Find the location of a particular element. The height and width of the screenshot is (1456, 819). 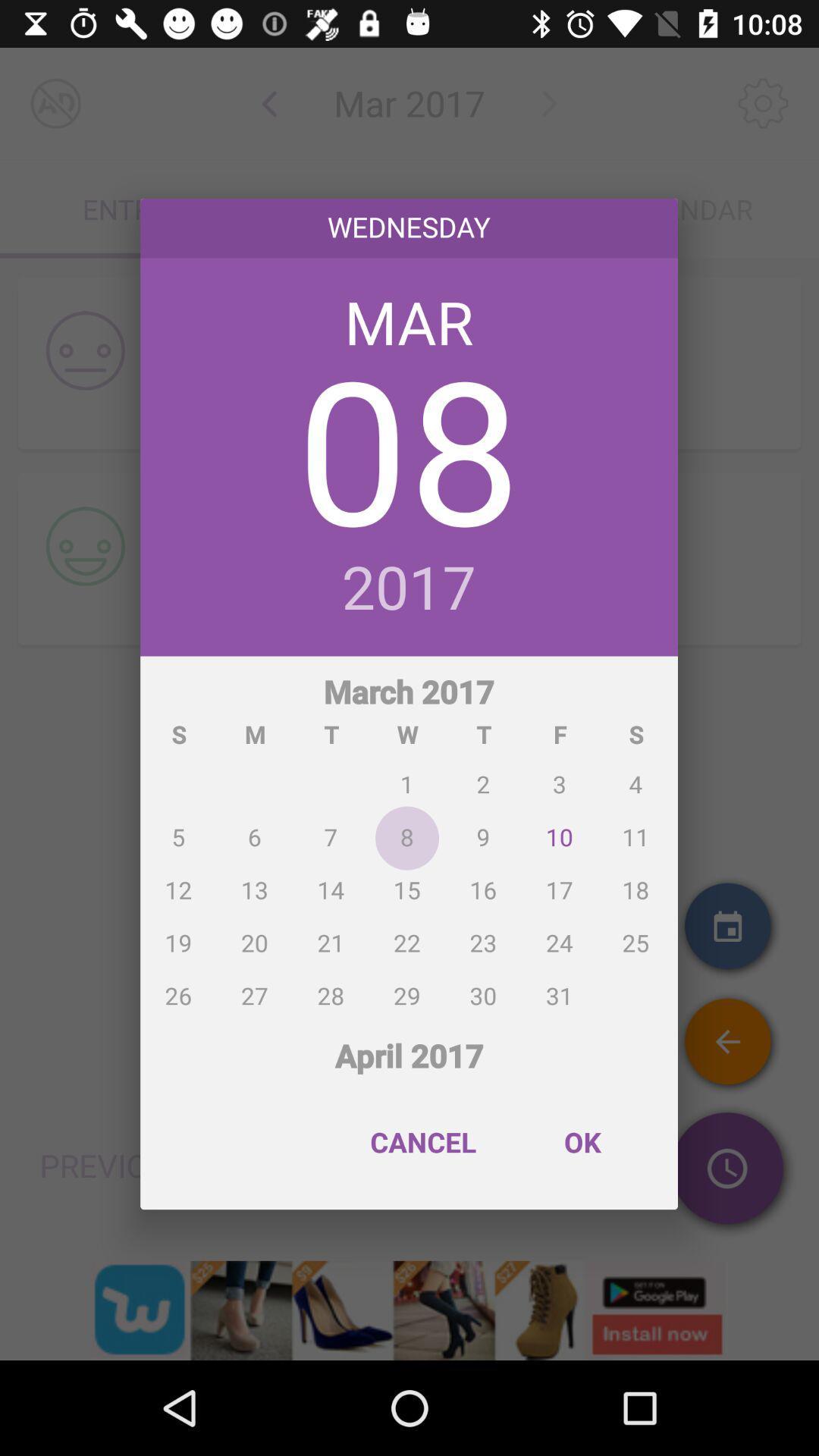

ok item is located at coordinates (581, 1142).